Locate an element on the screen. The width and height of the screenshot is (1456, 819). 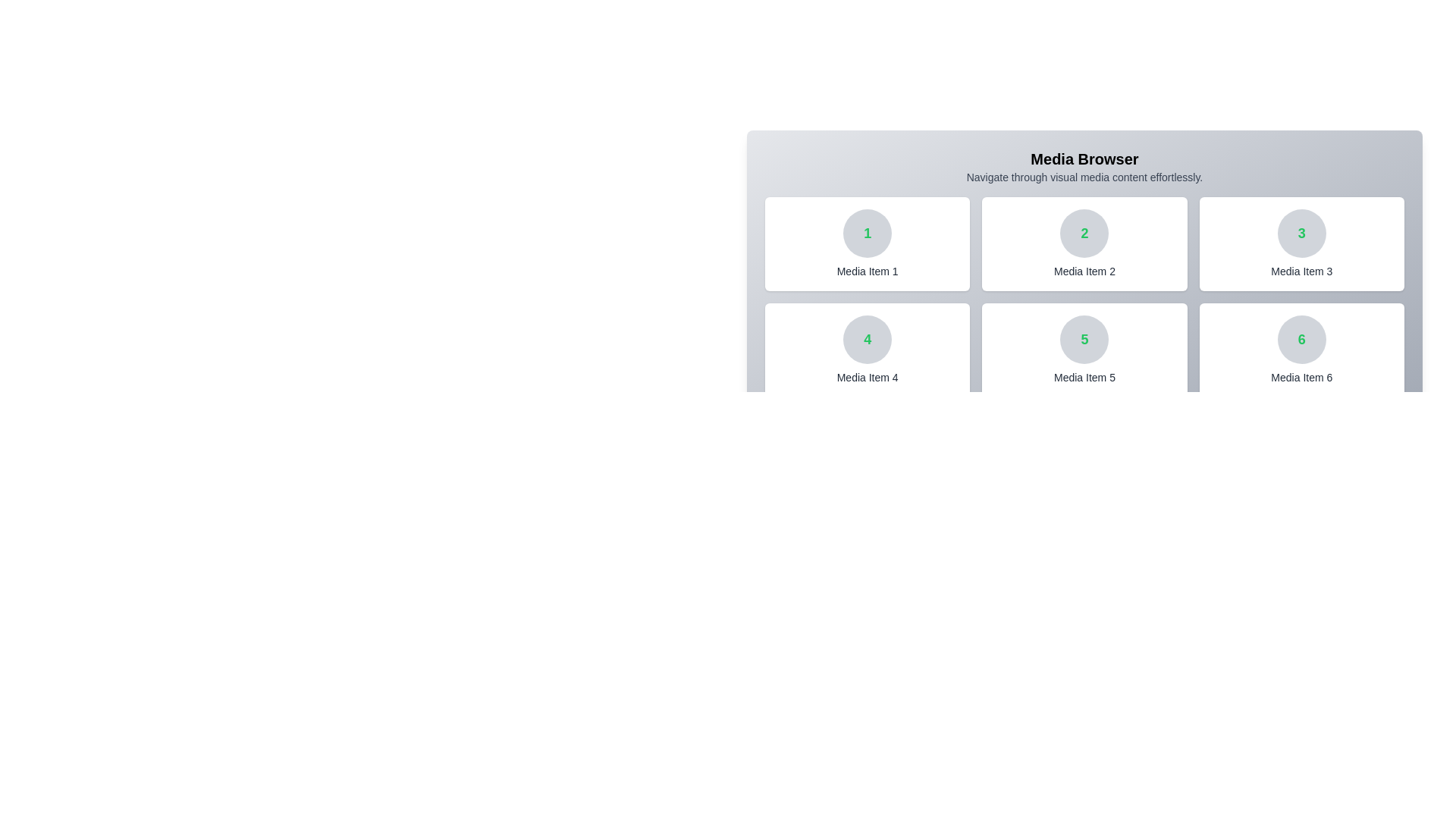
static text that says 'Navigate through visual media content effortlessly.' located directly below the 'Media Browser' title is located at coordinates (1084, 177).